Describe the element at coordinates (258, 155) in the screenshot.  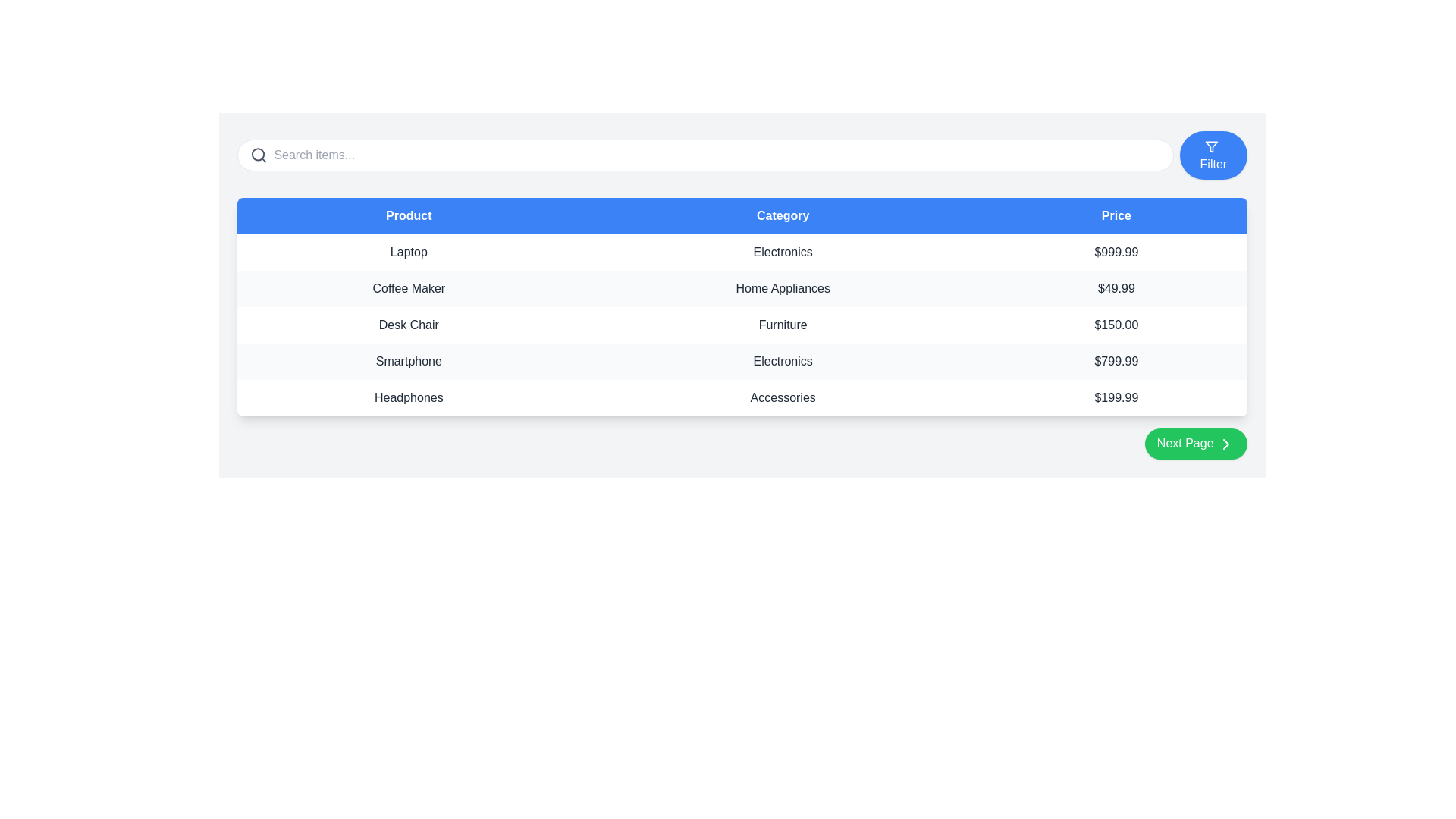
I see `the circular icon element that is part of the magnifying glass icon located within the search bar, positioned to the left of the placeholder text 'Search items...'` at that location.